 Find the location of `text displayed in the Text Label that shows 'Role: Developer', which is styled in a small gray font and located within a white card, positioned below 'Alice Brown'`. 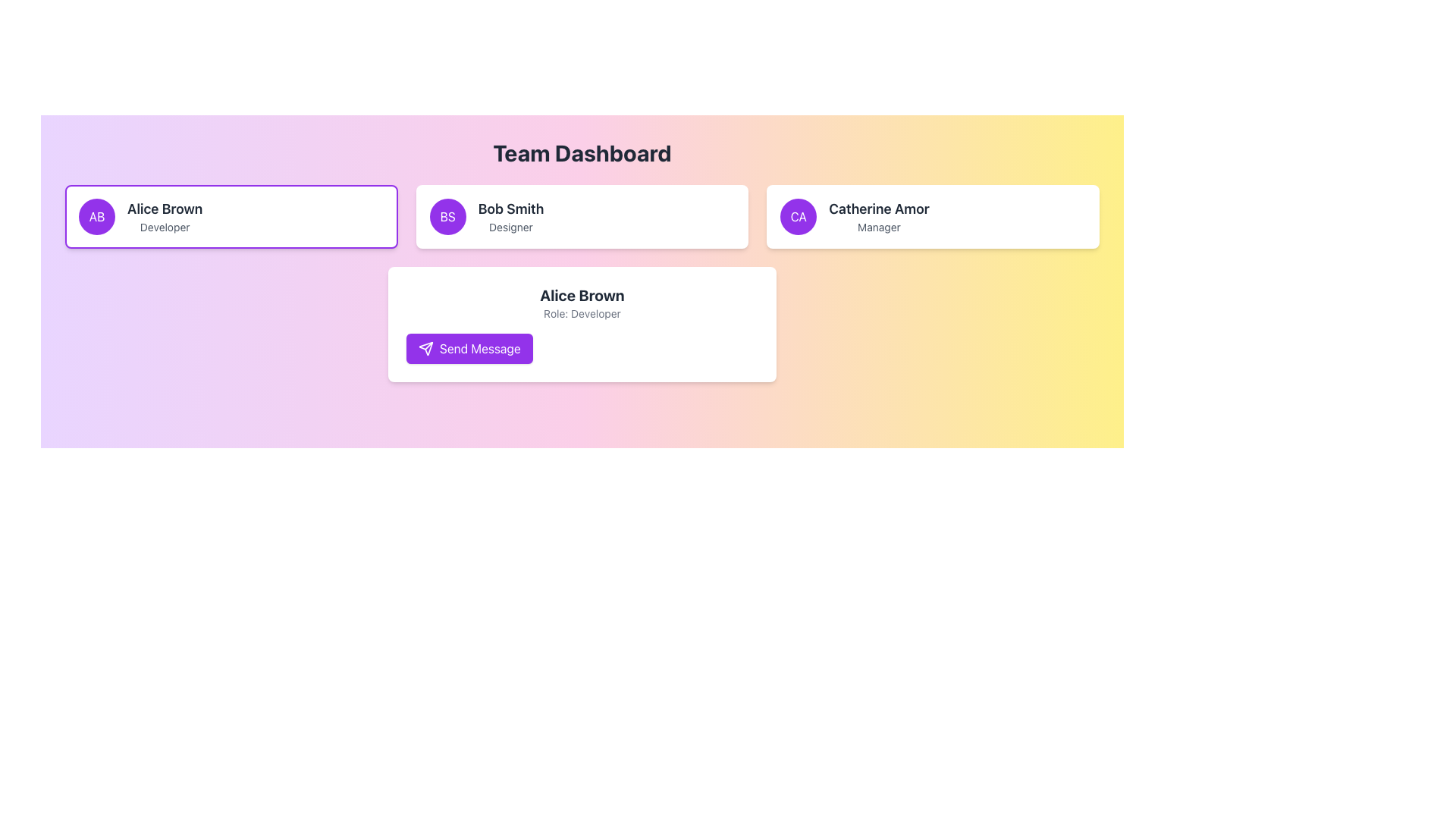

text displayed in the Text Label that shows 'Role: Developer', which is styled in a small gray font and located within a white card, positioned below 'Alice Brown' is located at coordinates (582, 312).